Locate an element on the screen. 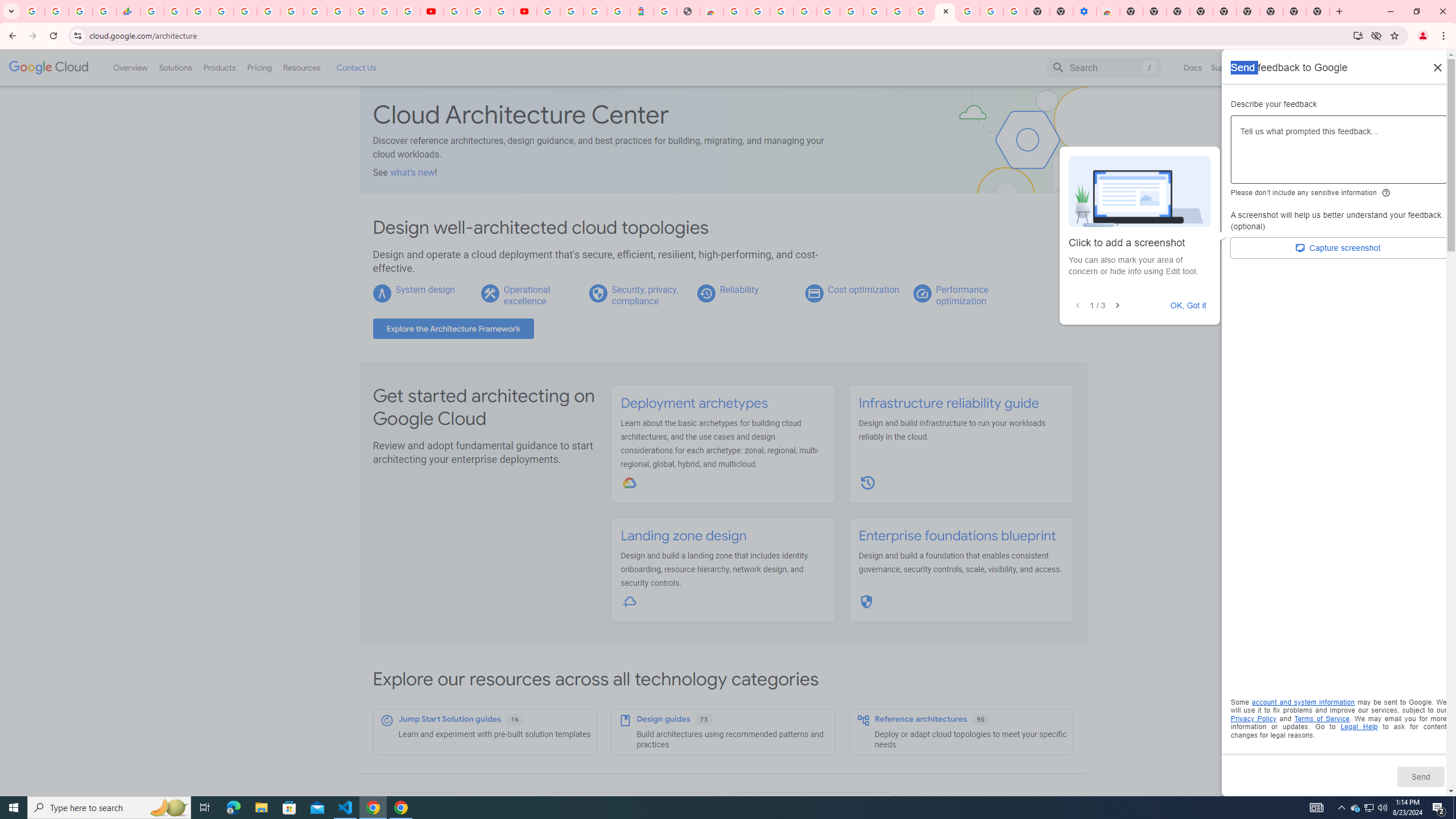  'Infrastructure reliability guide' is located at coordinates (948, 403).